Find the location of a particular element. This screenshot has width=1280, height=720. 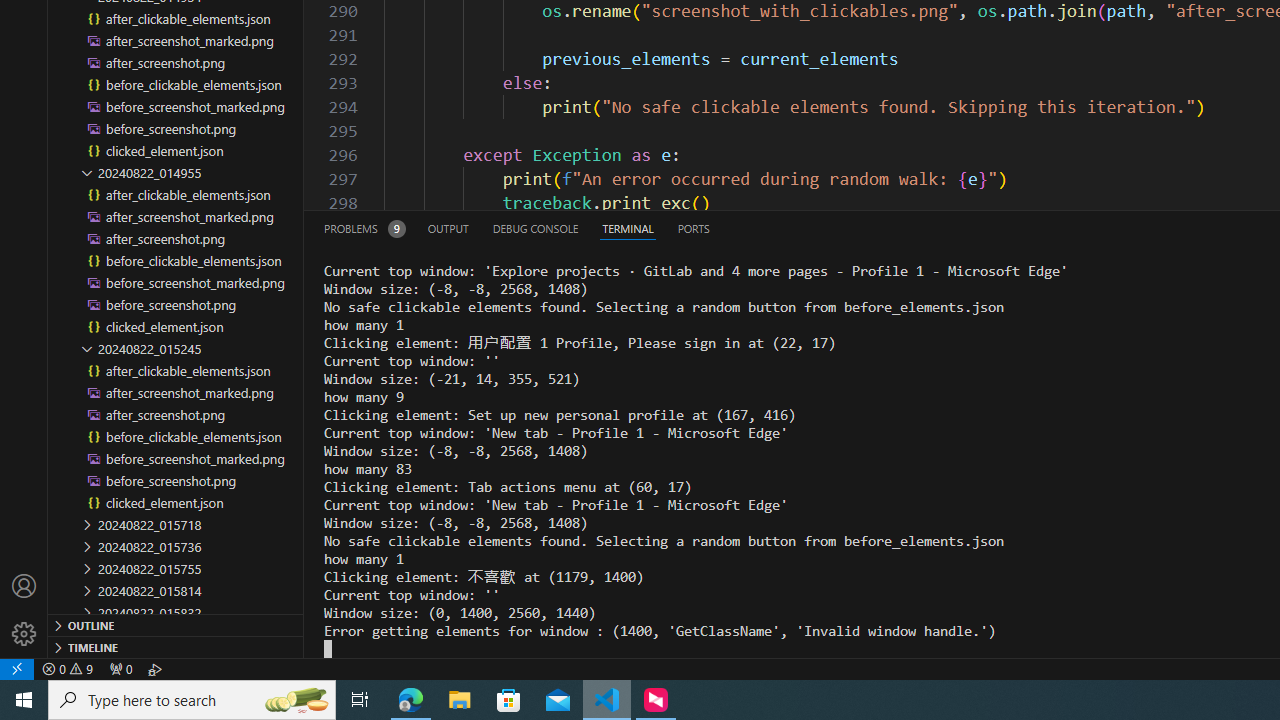

'Ports' is located at coordinates (693, 227).